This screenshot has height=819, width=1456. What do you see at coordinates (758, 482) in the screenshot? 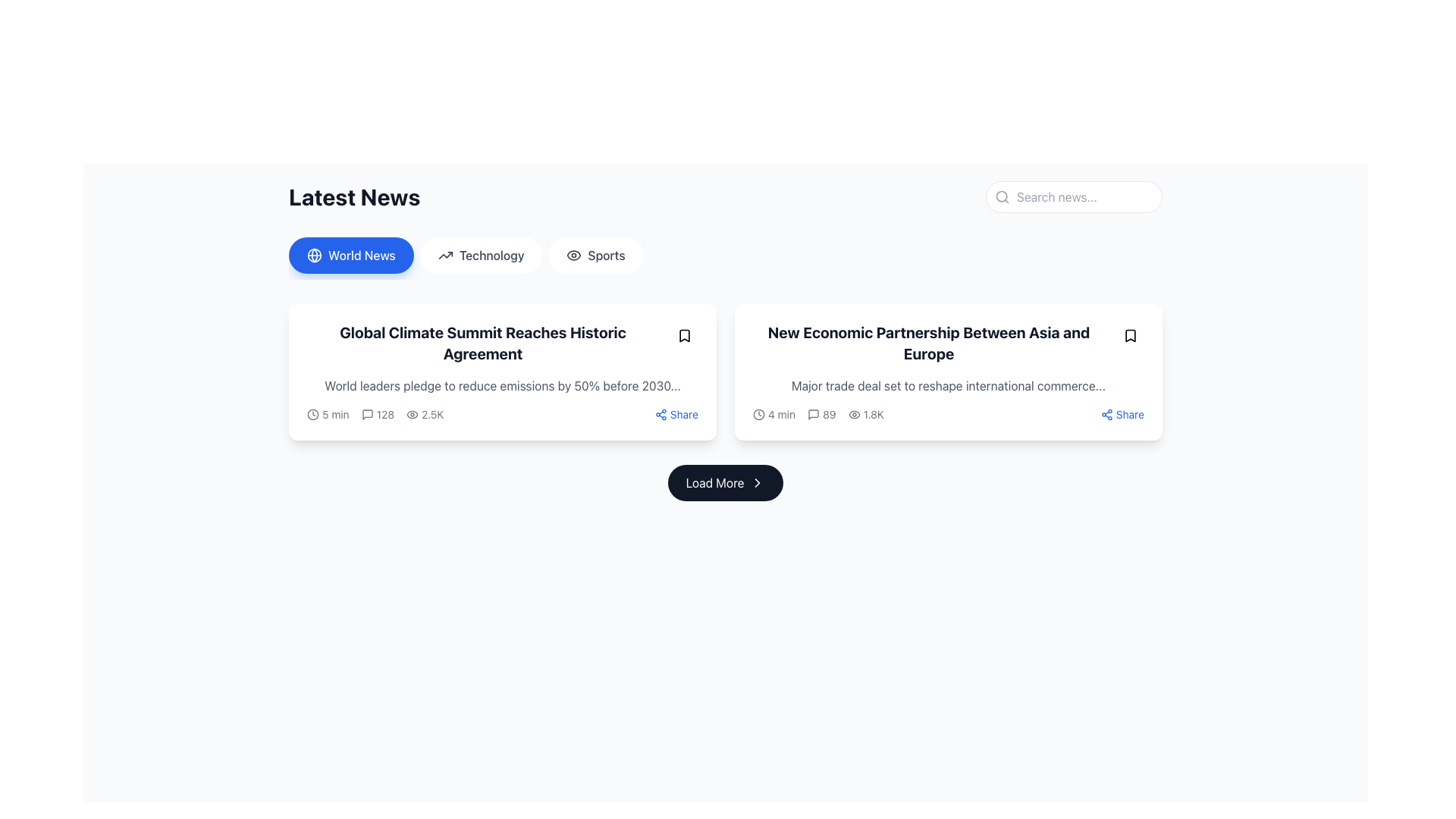
I see `keyboard navigation` at bounding box center [758, 482].